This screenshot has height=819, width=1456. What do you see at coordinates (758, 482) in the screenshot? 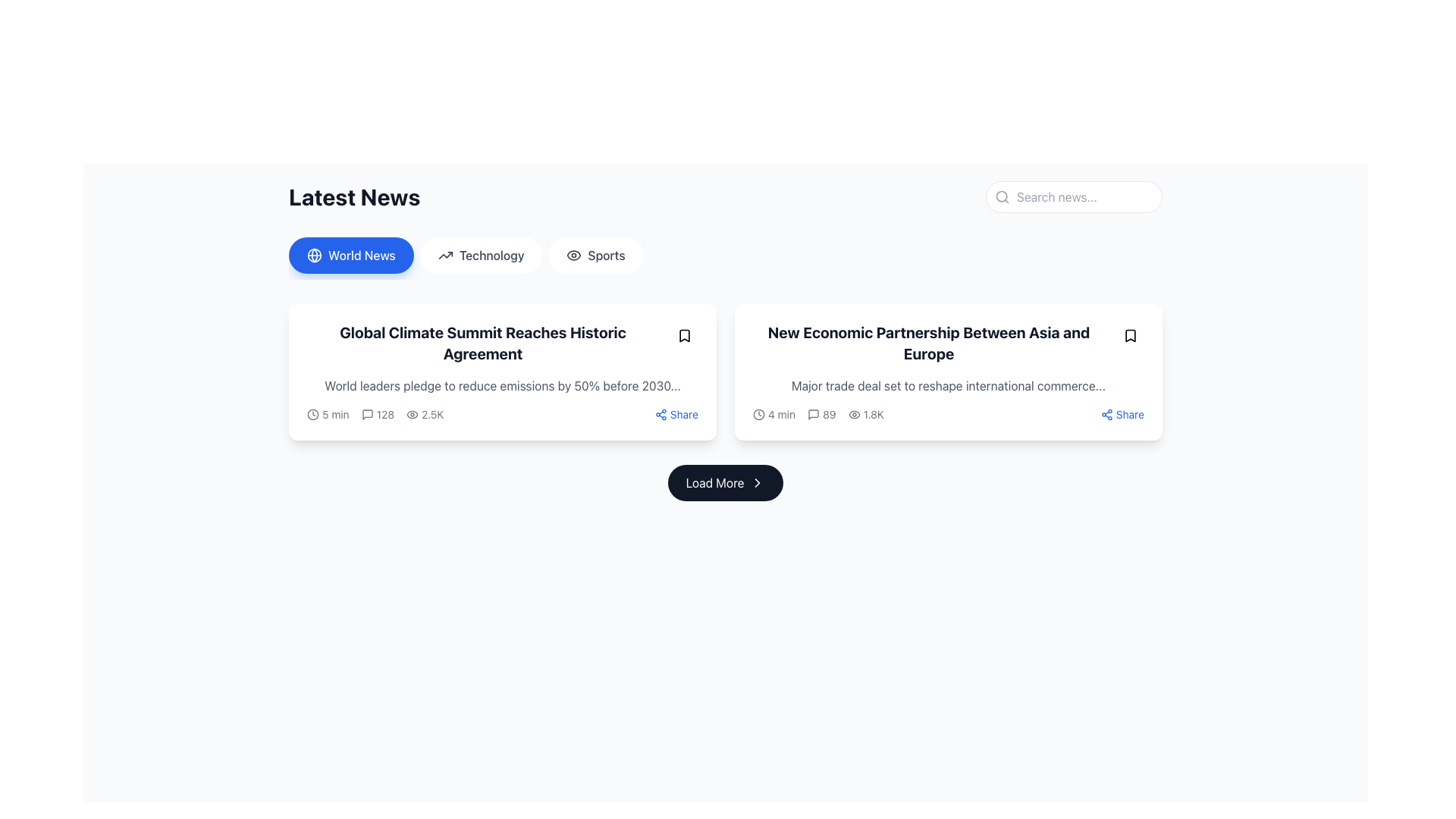
I see `keyboard navigation` at bounding box center [758, 482].